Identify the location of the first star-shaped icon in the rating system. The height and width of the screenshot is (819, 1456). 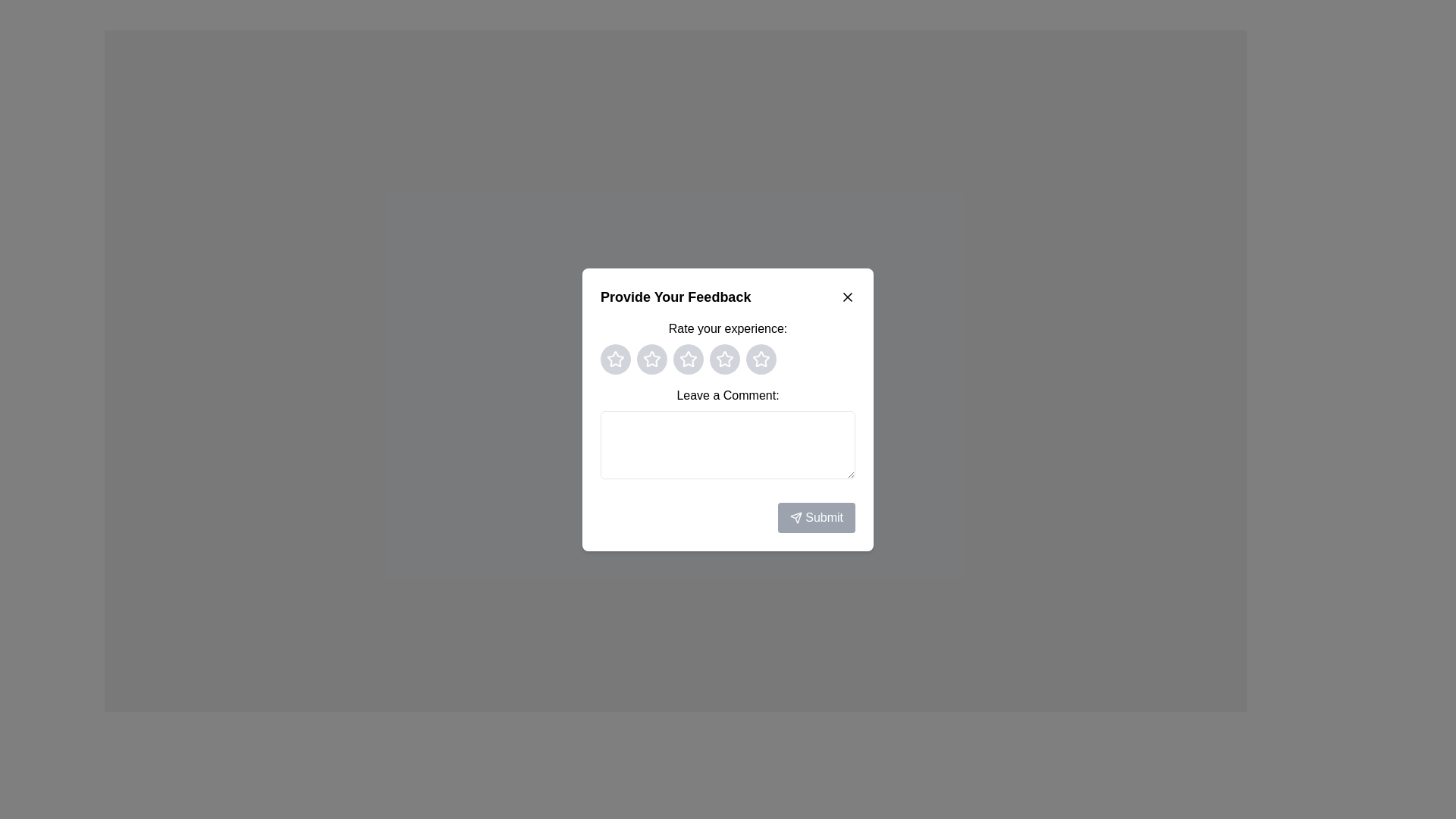
(651, 359).